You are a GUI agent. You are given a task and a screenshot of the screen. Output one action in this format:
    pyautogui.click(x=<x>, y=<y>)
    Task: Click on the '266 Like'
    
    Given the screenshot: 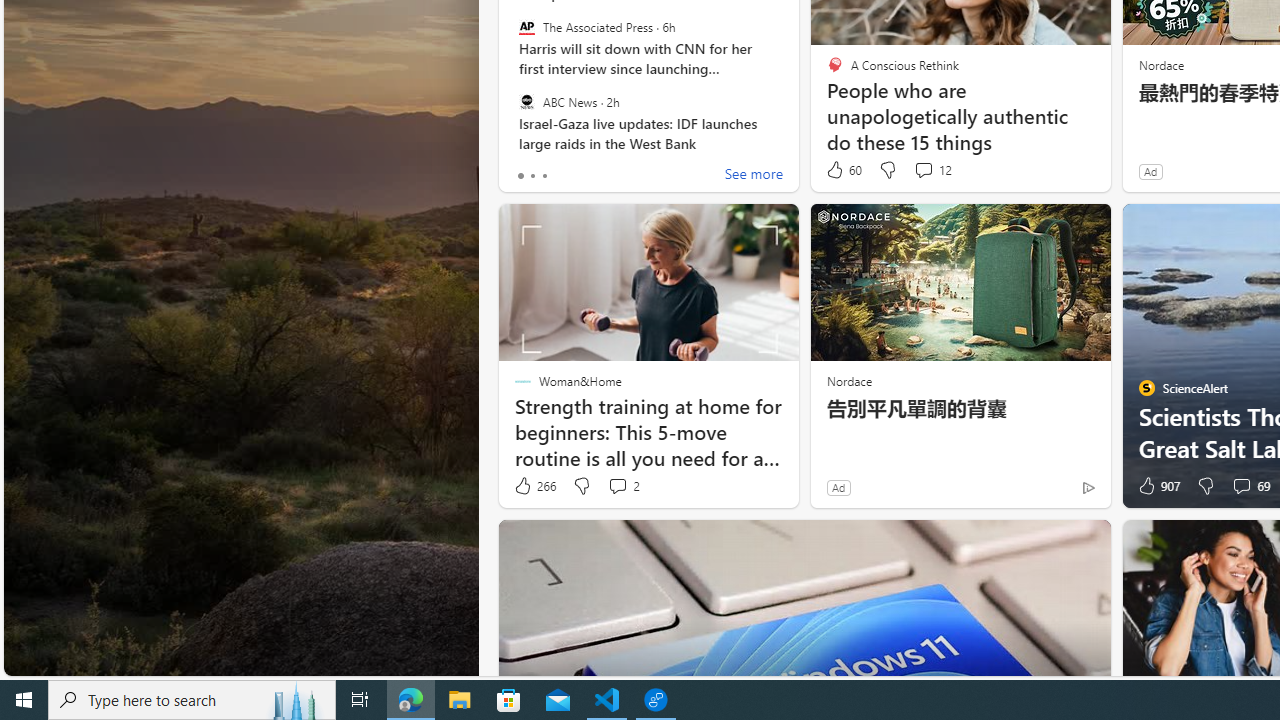 What is the action you would take?
    pyautogui.click(x=534, y=486)
    